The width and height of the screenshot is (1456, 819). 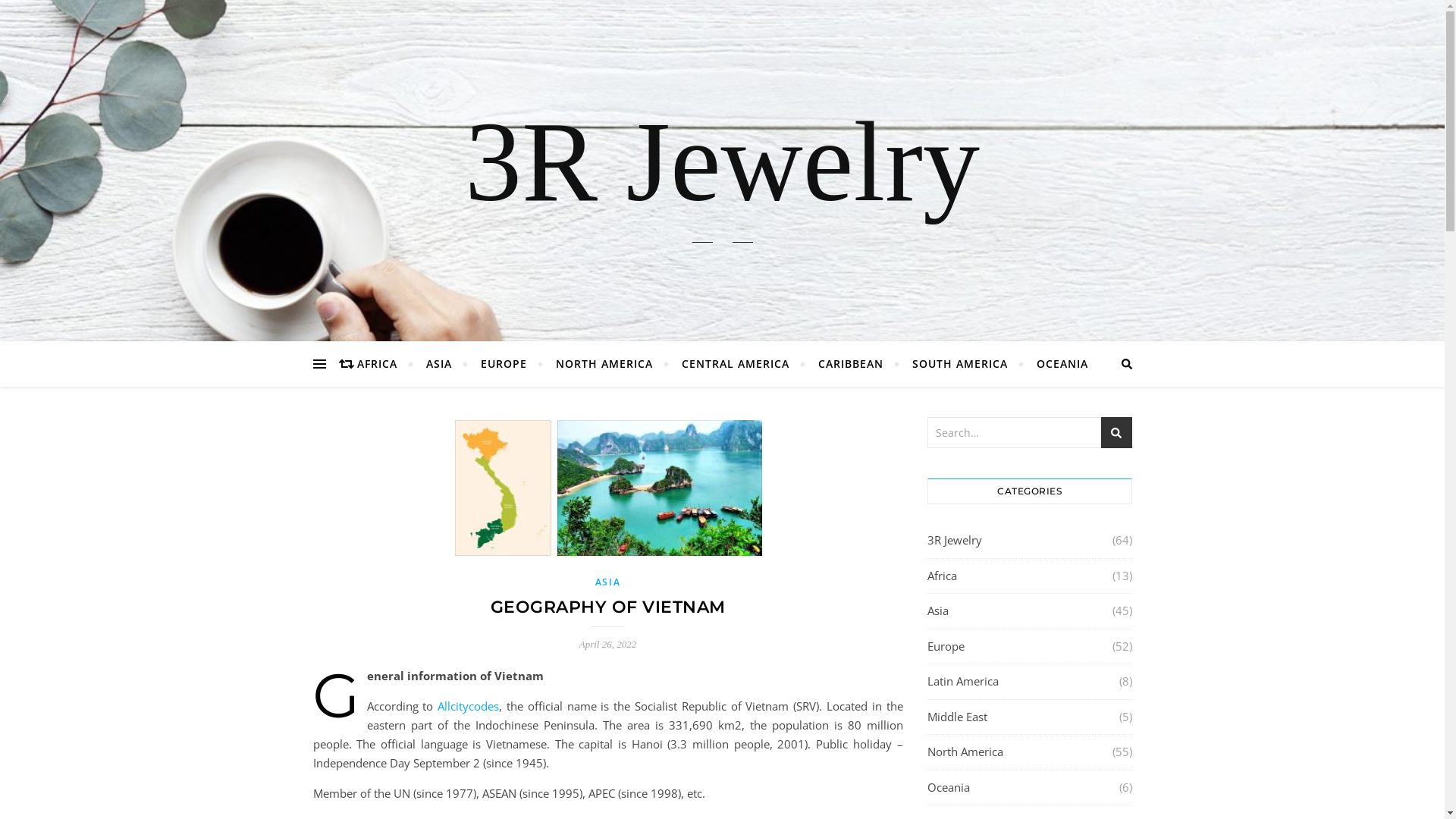 What do you see at coordinates (412, 363) in the screenshot?
I see `'ASIA'` at bounding box center [412, 363].